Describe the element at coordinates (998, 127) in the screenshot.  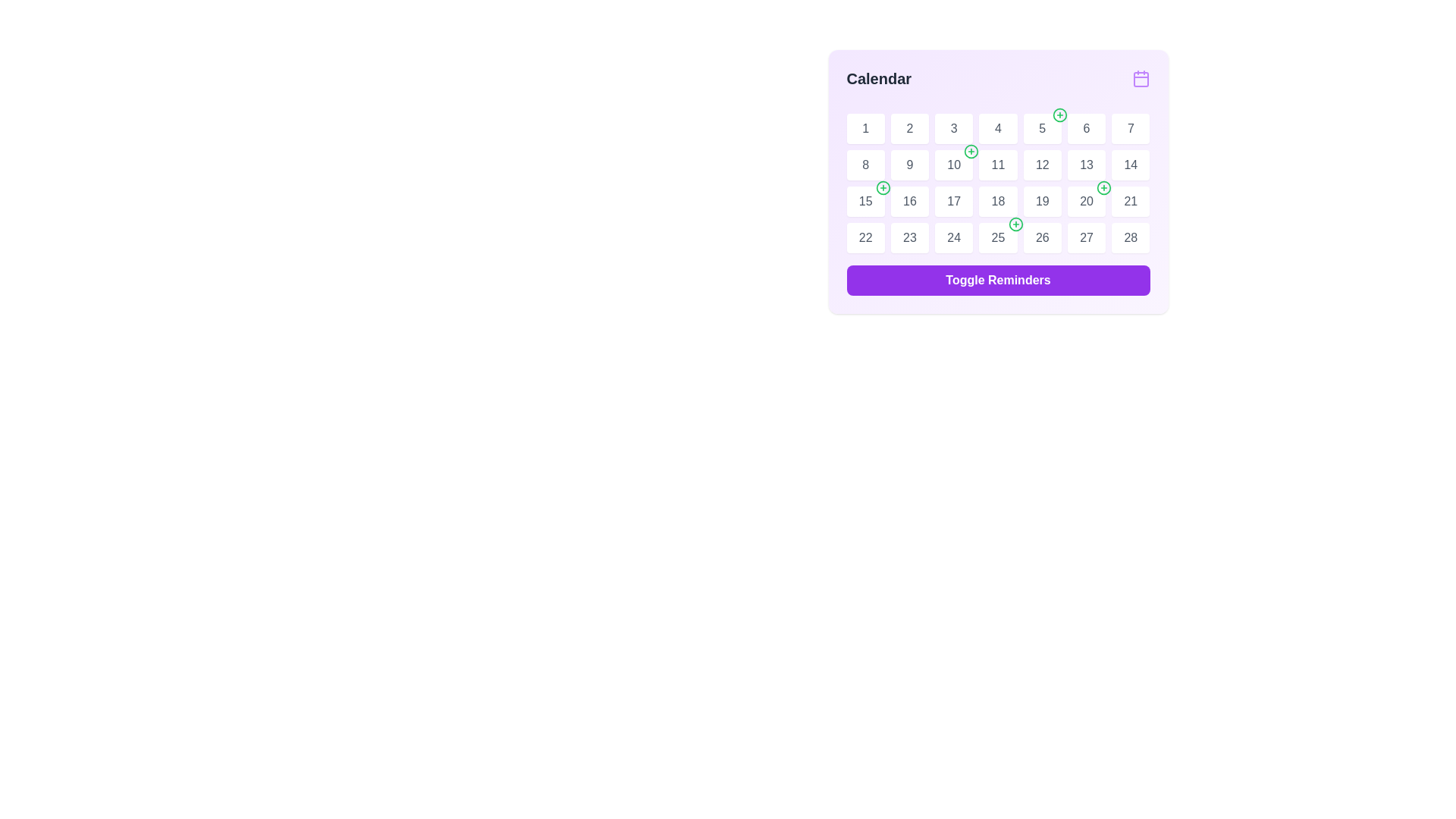
I see `the text label displaying the number '4' in gray color within the calendar interface, located at the first row, fourth column of the calendar grid` at that location.